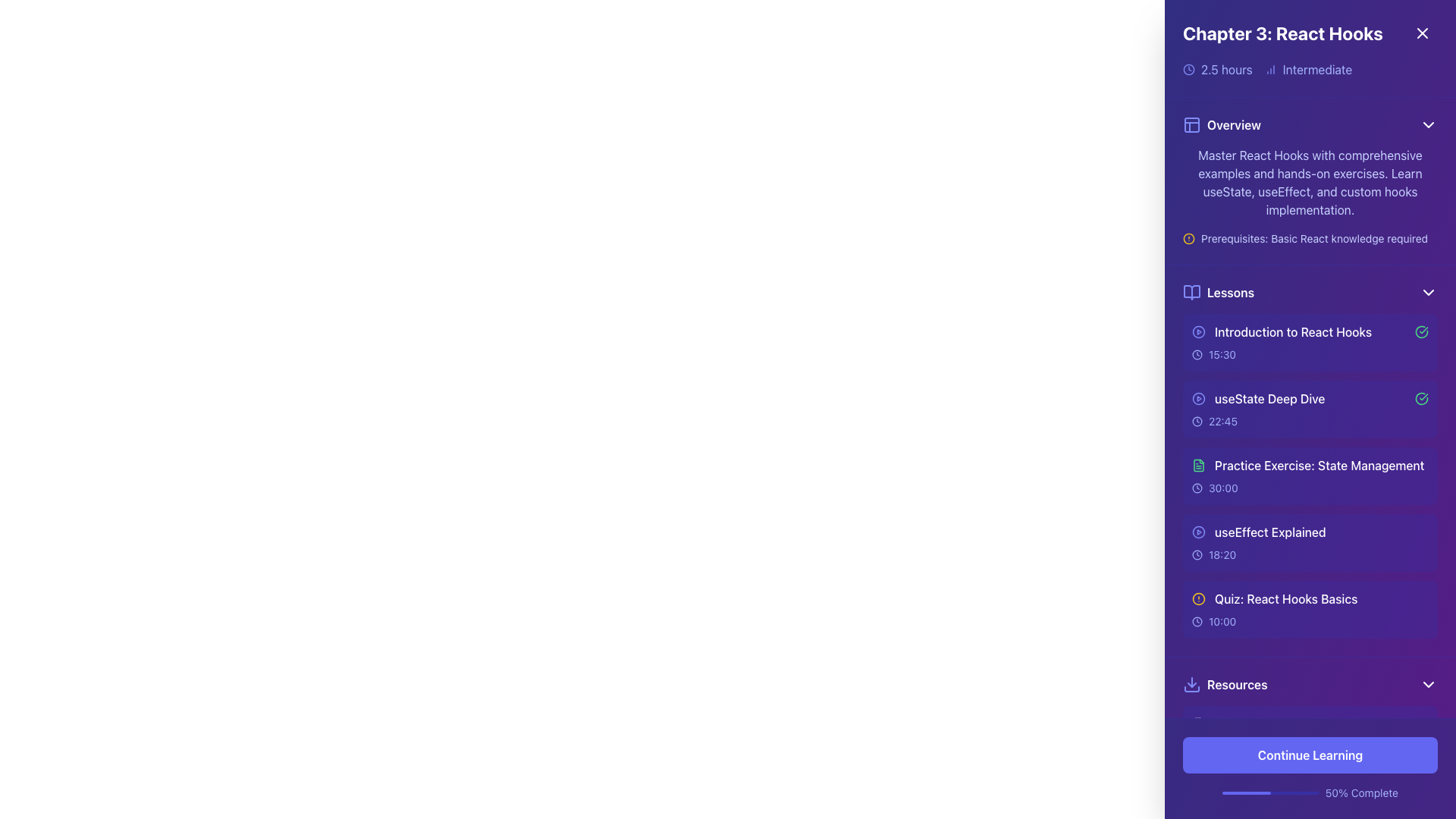 This screenshot has width=1456, height=819. I want to click on the text label 'Introduction to React Hooks' in the Lessons section, so click(1310, 331).